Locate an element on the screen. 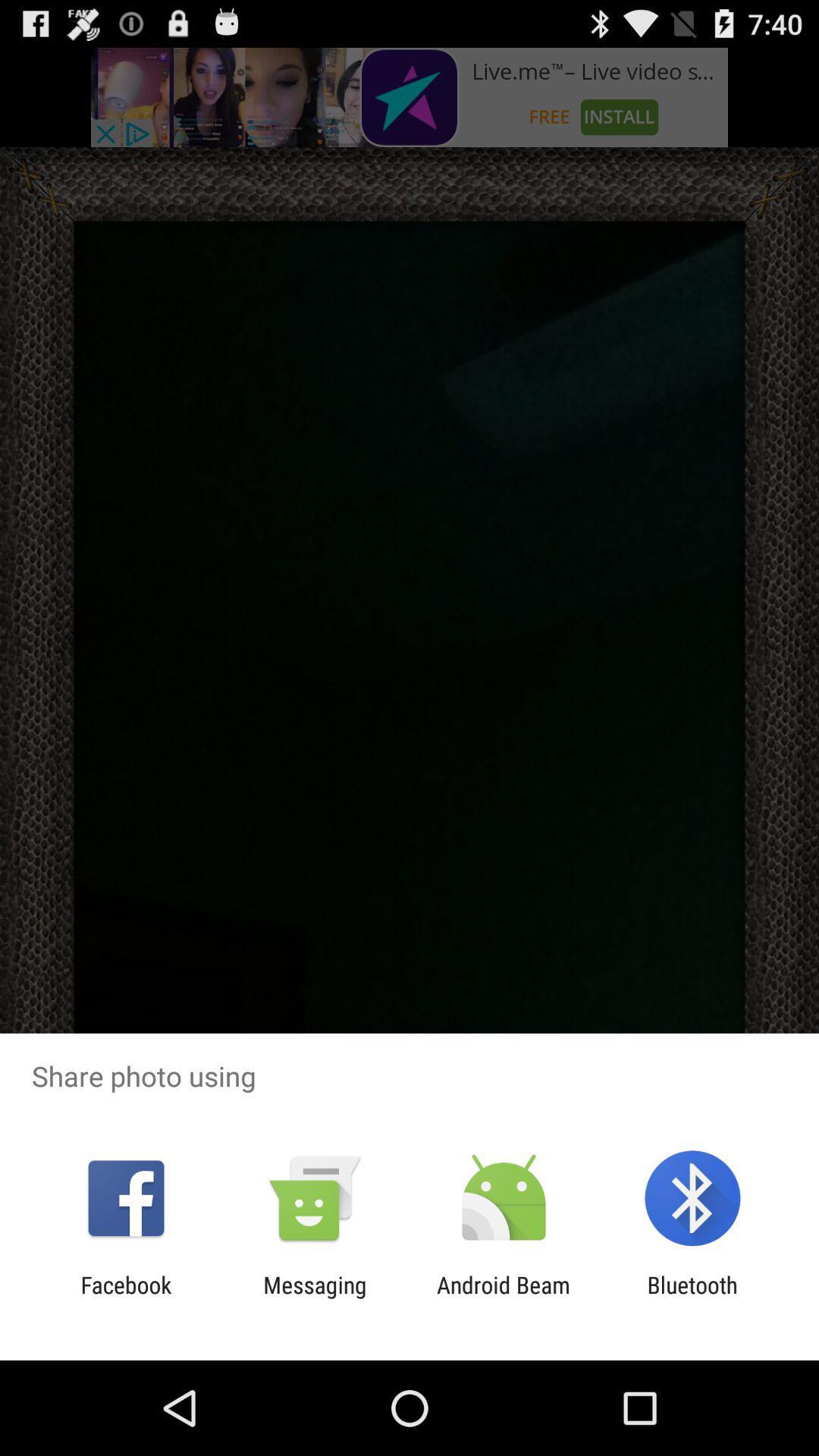 The height and width of the screenshot is (1456, 819). the icon to the right of messaging is located at coordinates (504, 1298).